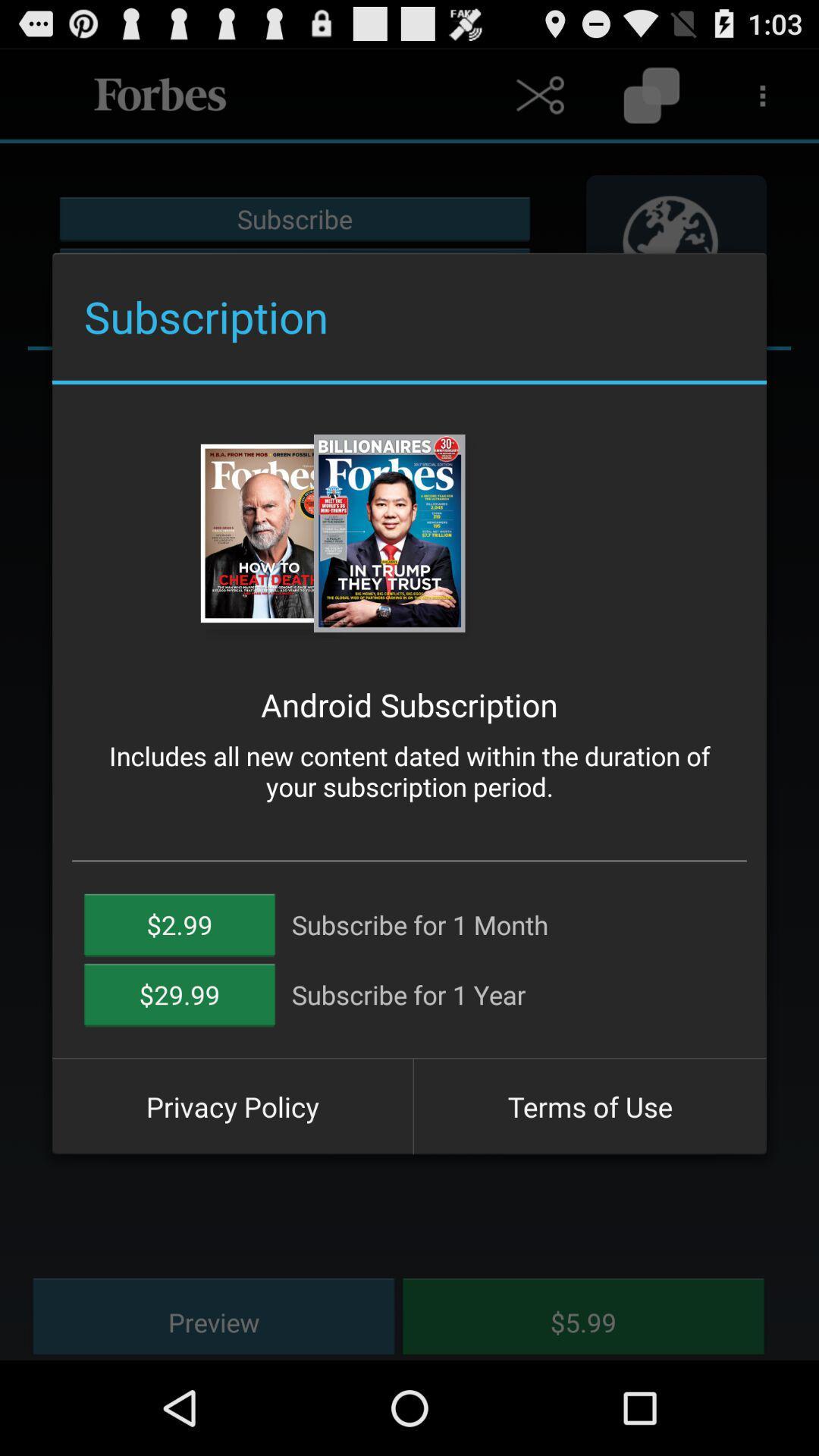 The height and width of the screenshot is (1456, 819). Describe the element at coordinates (589, 1106) in the screenshot. I see `item below subscribe for 1 icon` at that location.